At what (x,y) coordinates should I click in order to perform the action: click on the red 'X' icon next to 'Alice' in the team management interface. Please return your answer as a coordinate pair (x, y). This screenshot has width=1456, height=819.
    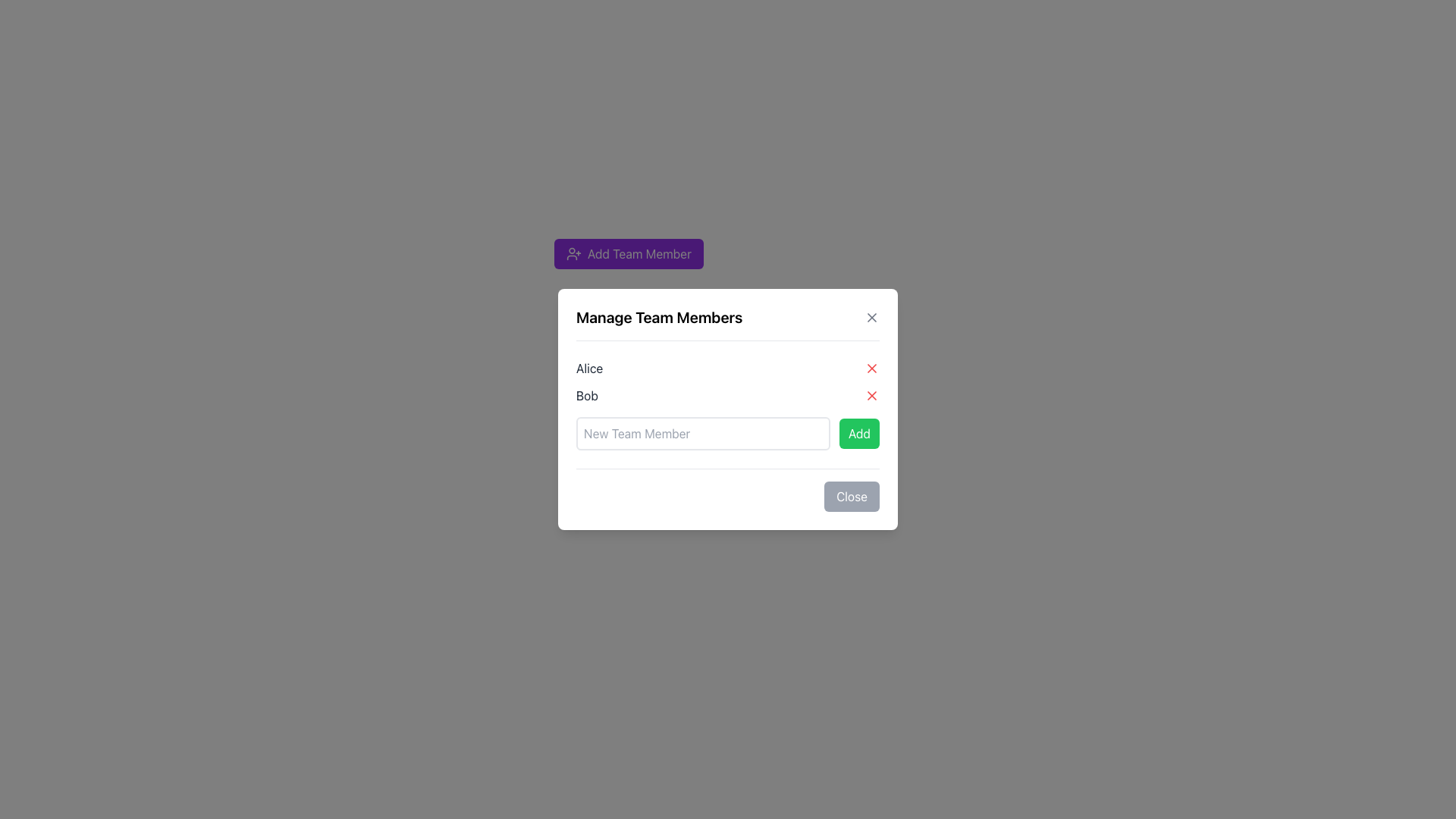
    Looking at the image, I should click on (872, 369).